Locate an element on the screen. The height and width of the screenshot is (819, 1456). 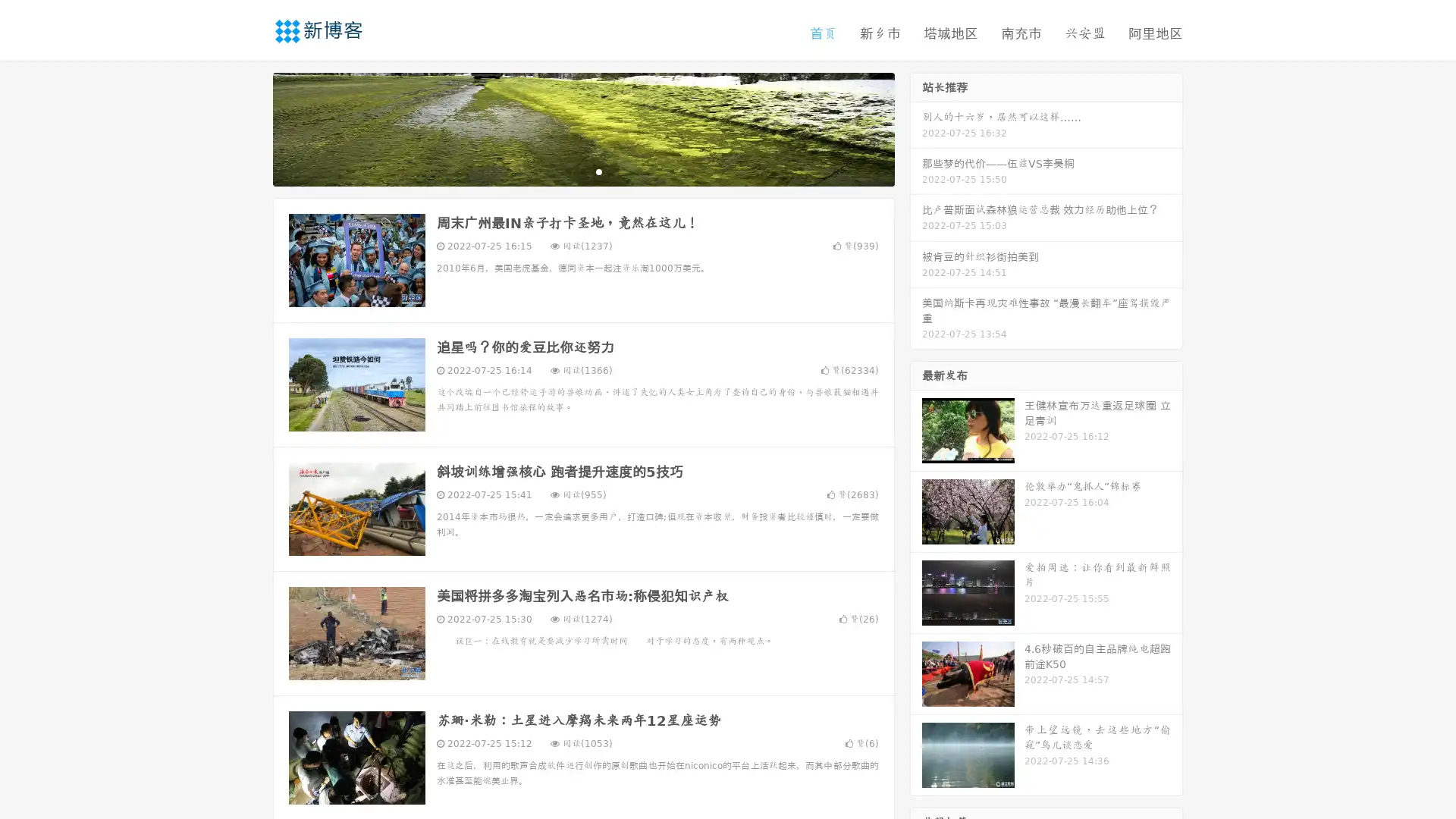
Go to slide 3 is located at coordinates (598, 171).